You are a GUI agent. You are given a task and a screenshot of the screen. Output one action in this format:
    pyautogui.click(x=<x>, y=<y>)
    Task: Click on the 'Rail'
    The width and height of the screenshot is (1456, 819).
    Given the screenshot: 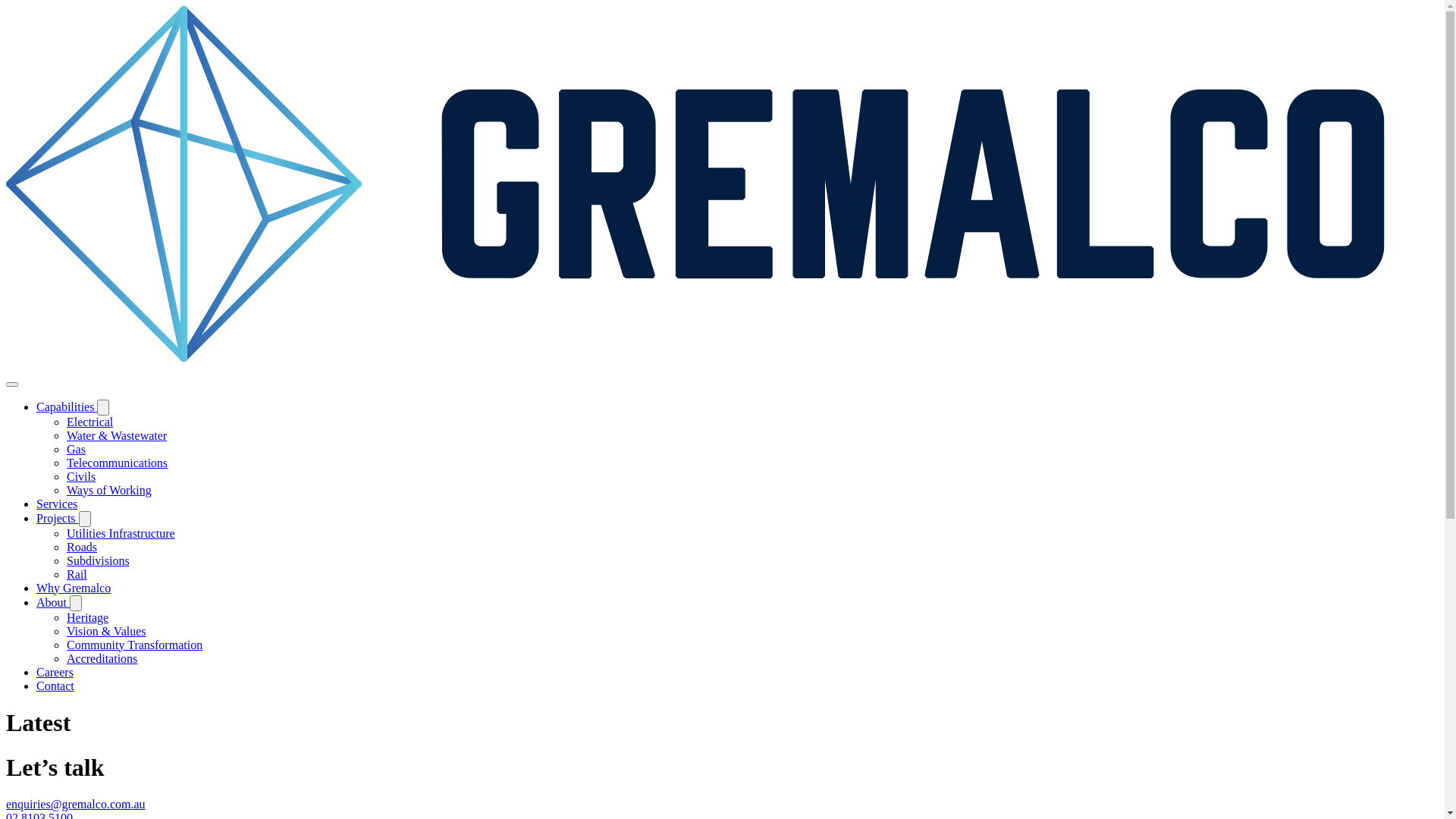 What is the action you would take?
    pyautogui.click(x=76, y=574)
    